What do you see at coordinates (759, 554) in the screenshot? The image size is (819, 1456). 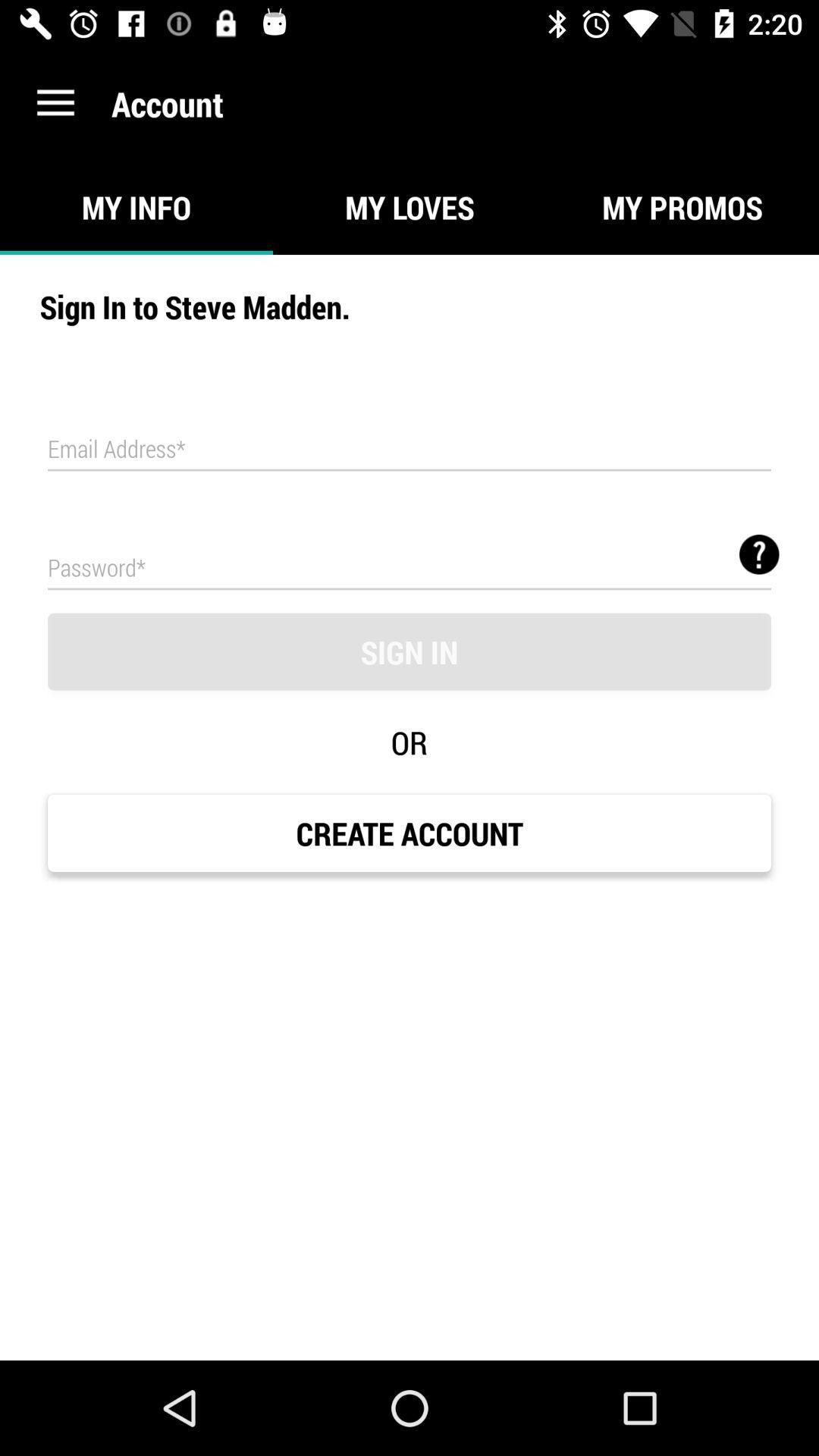 I see `more information` at bounding box center [759, 554].